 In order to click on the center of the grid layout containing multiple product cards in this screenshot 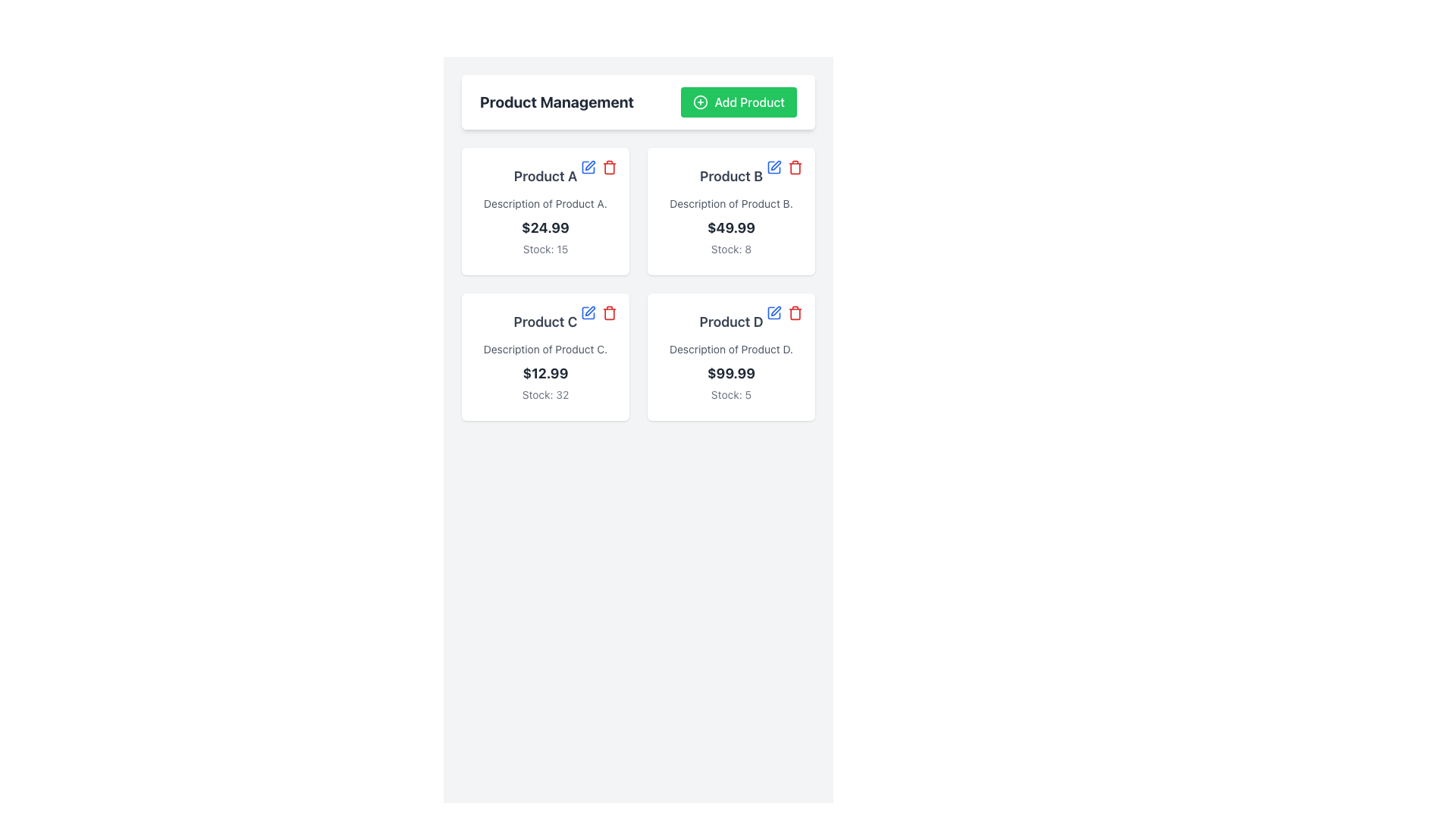, I will do `click(638, 284)`.